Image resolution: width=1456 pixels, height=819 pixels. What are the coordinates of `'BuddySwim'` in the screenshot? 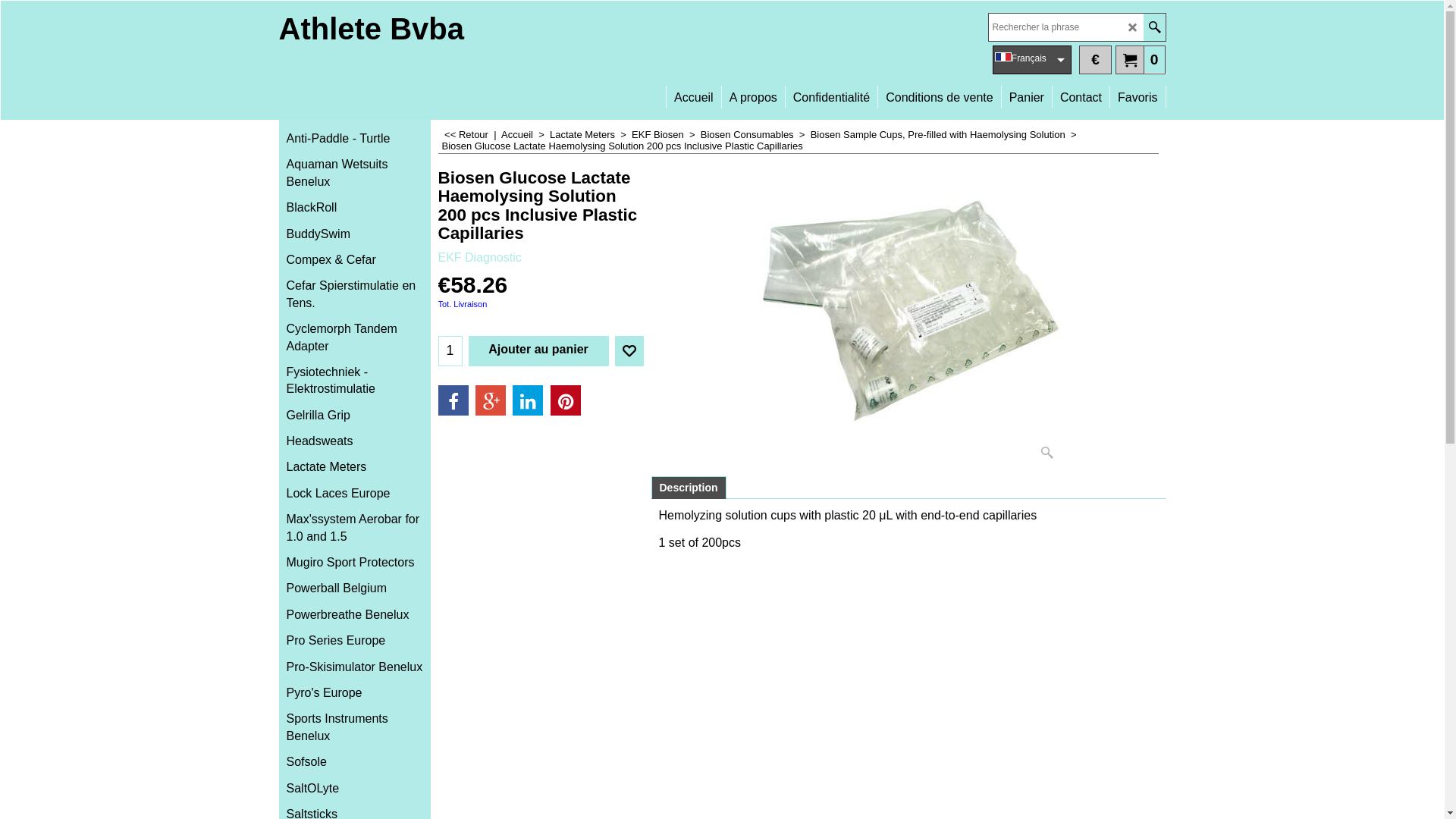 It's located at (354, 234).